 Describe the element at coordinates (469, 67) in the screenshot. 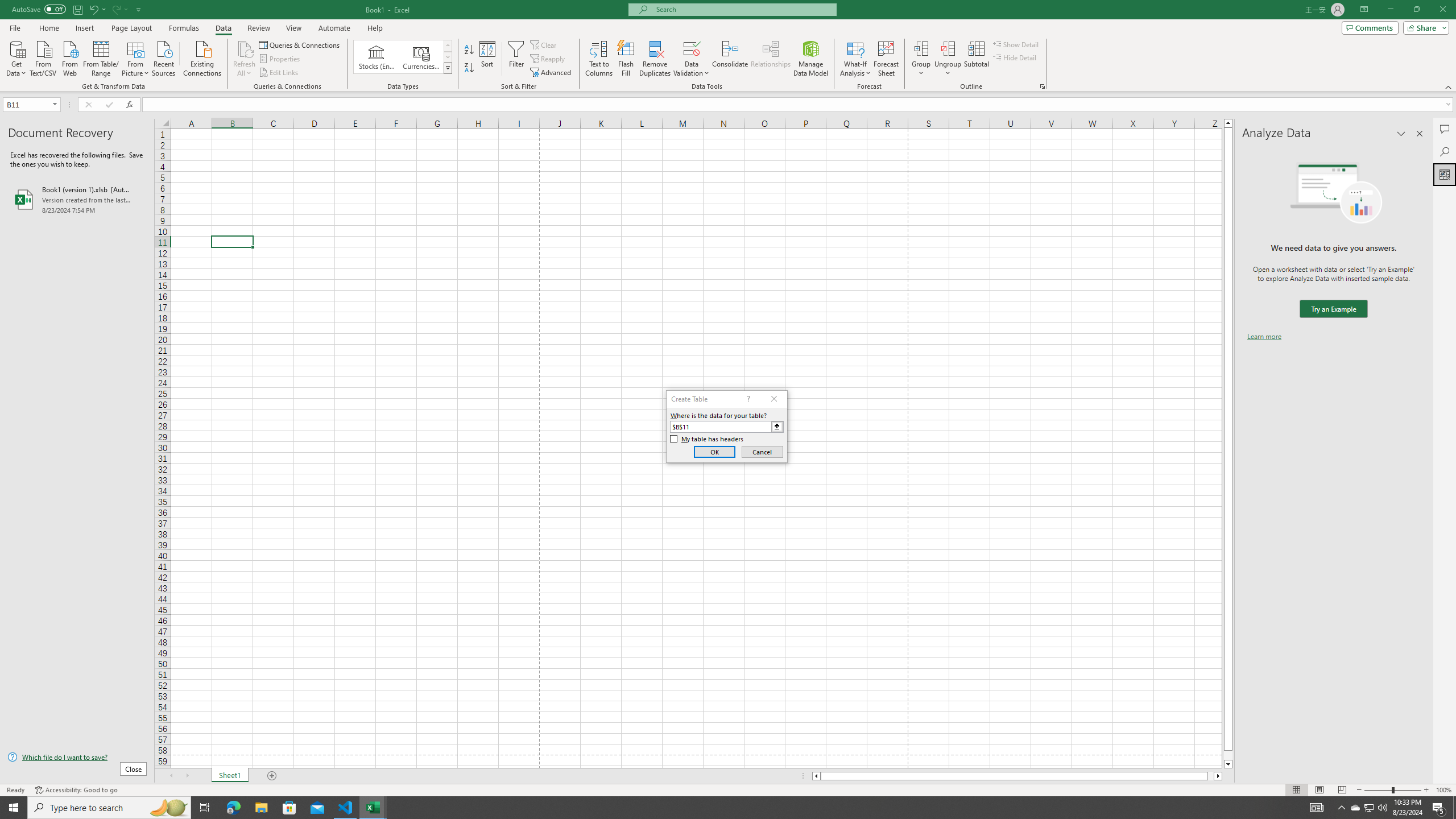

I see `'Sort Z to A'` at that location.